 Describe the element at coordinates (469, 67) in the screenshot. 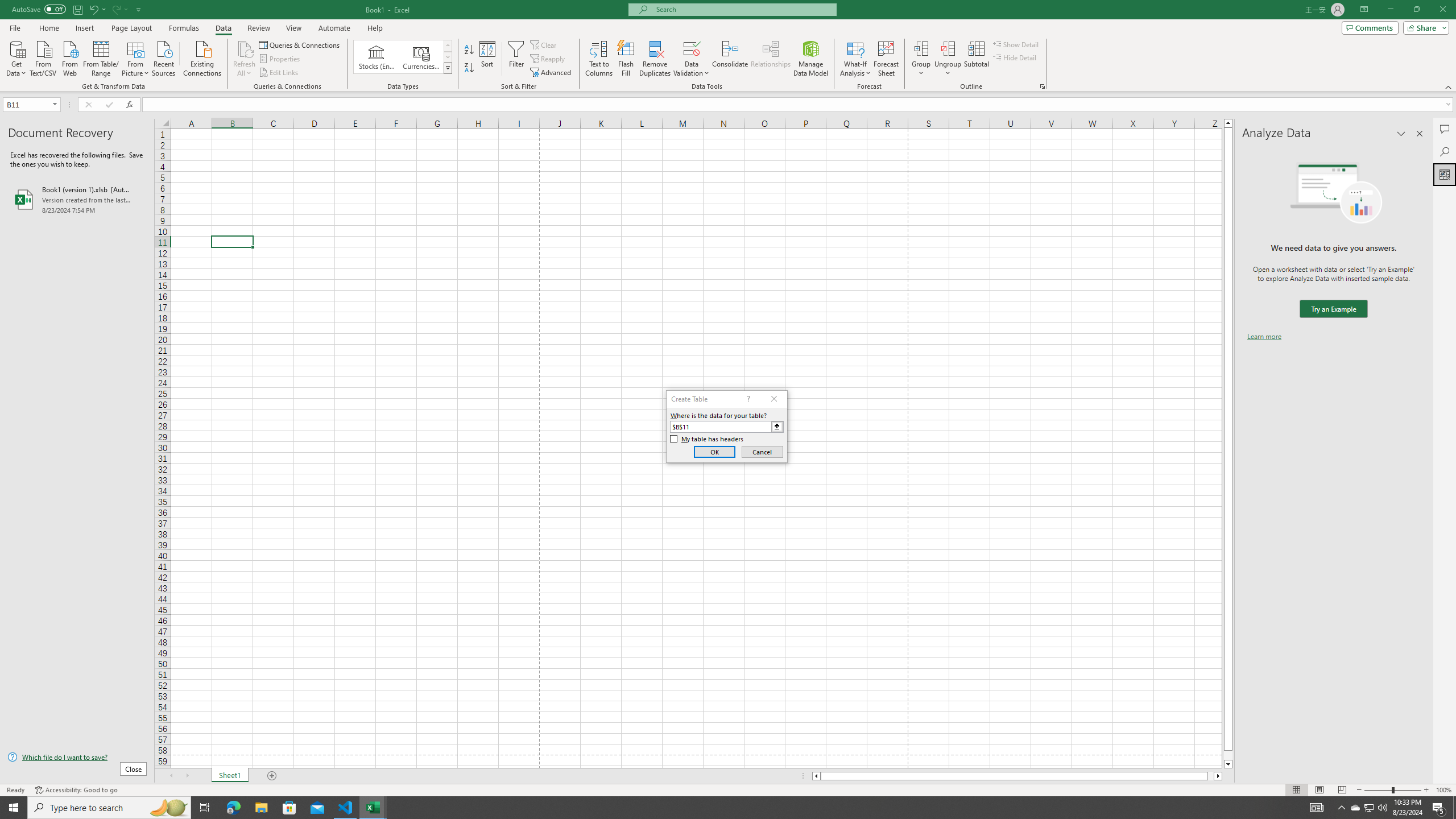

I see `'Sort Z to A'` at that location.